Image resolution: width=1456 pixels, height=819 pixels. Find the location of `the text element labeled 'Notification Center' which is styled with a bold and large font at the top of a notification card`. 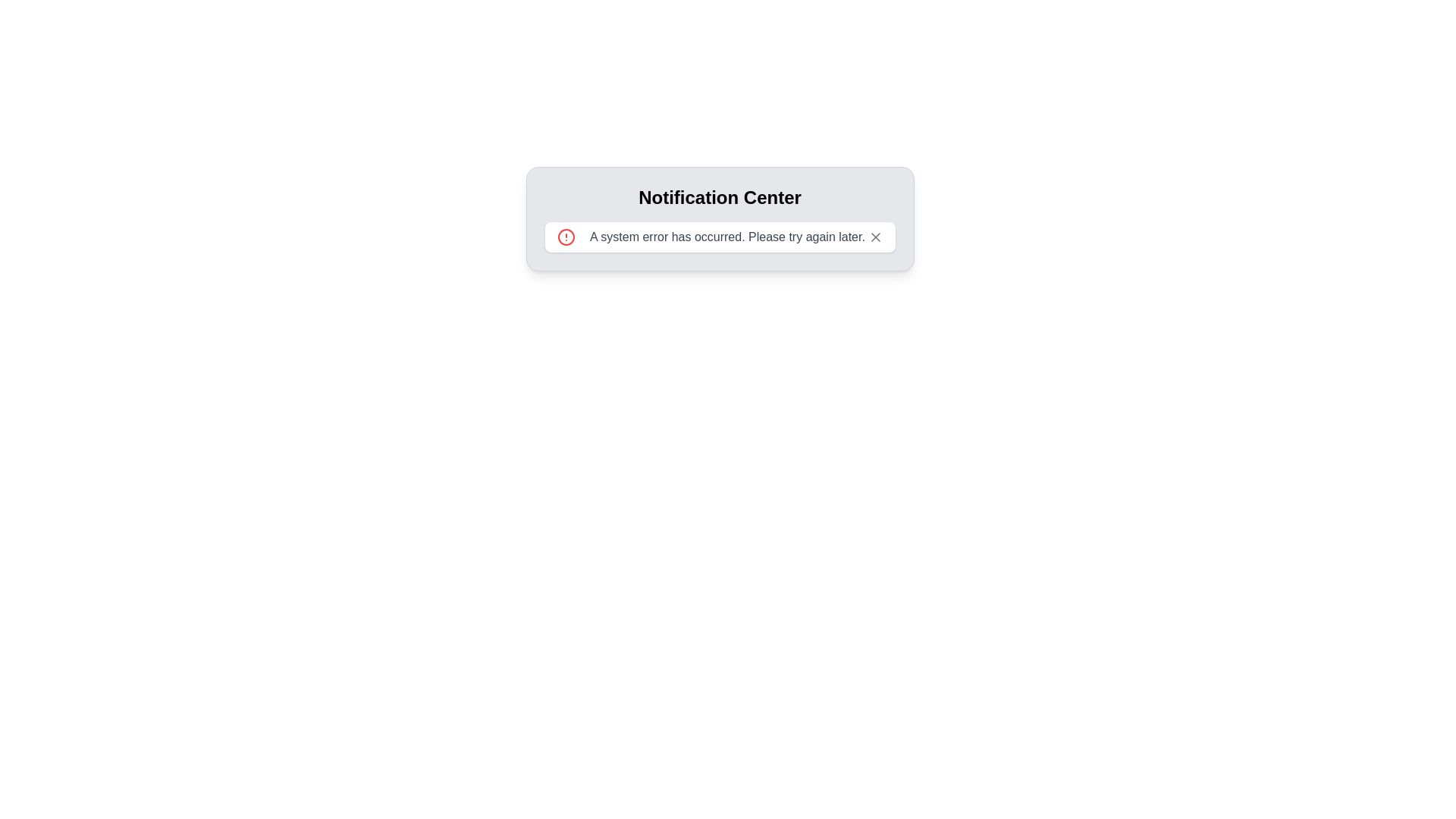

the text element labeled 'Notification Center' which is styled with a bold and large font at the top of a notification card is located at coordinates (719, 197).